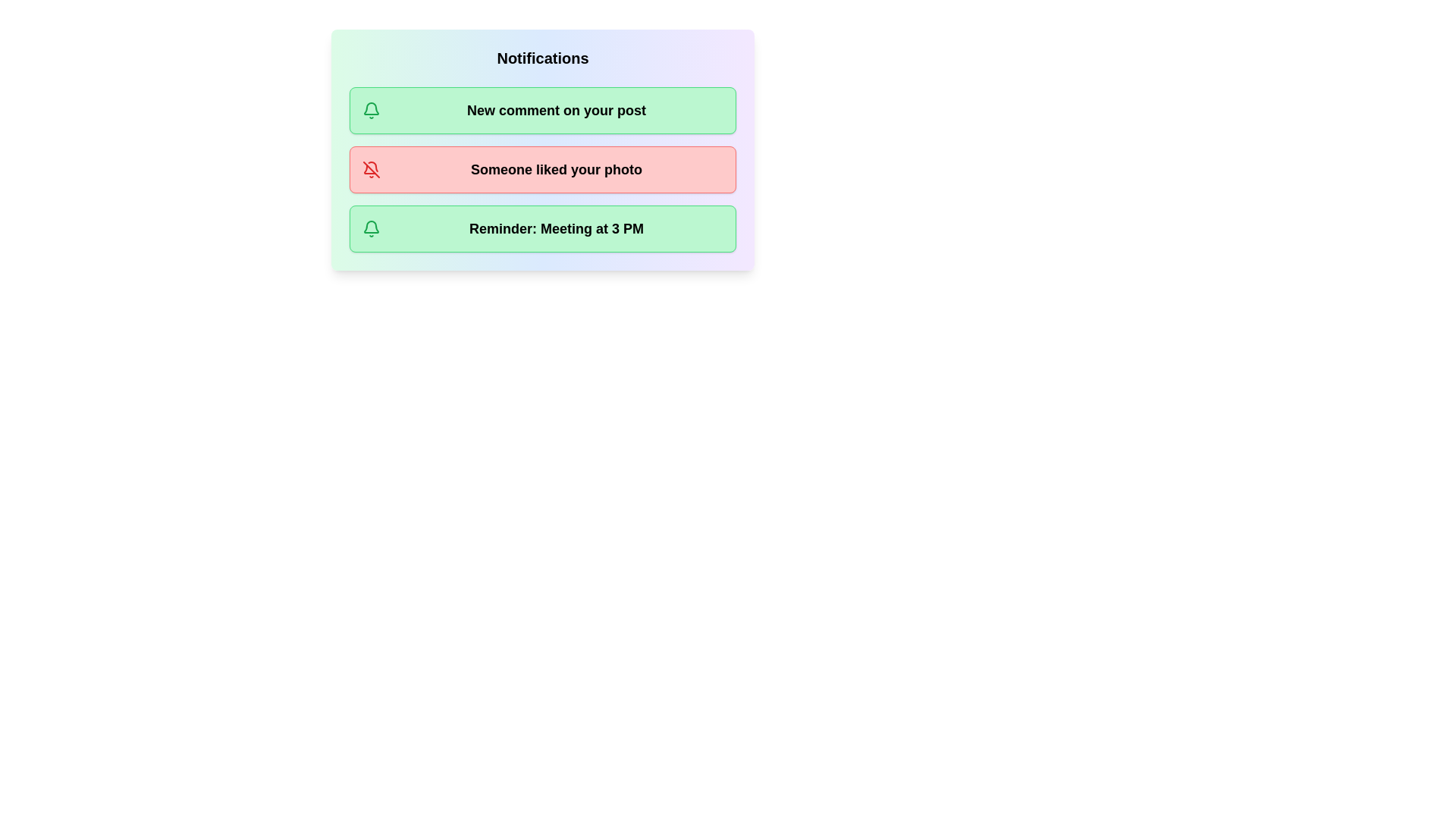 Image resolution: width=1456 pixels, height=819 pixels. I want to click on the notification chip labeled 'New comment on your post' to observe the hover effect, so click(542, 110).